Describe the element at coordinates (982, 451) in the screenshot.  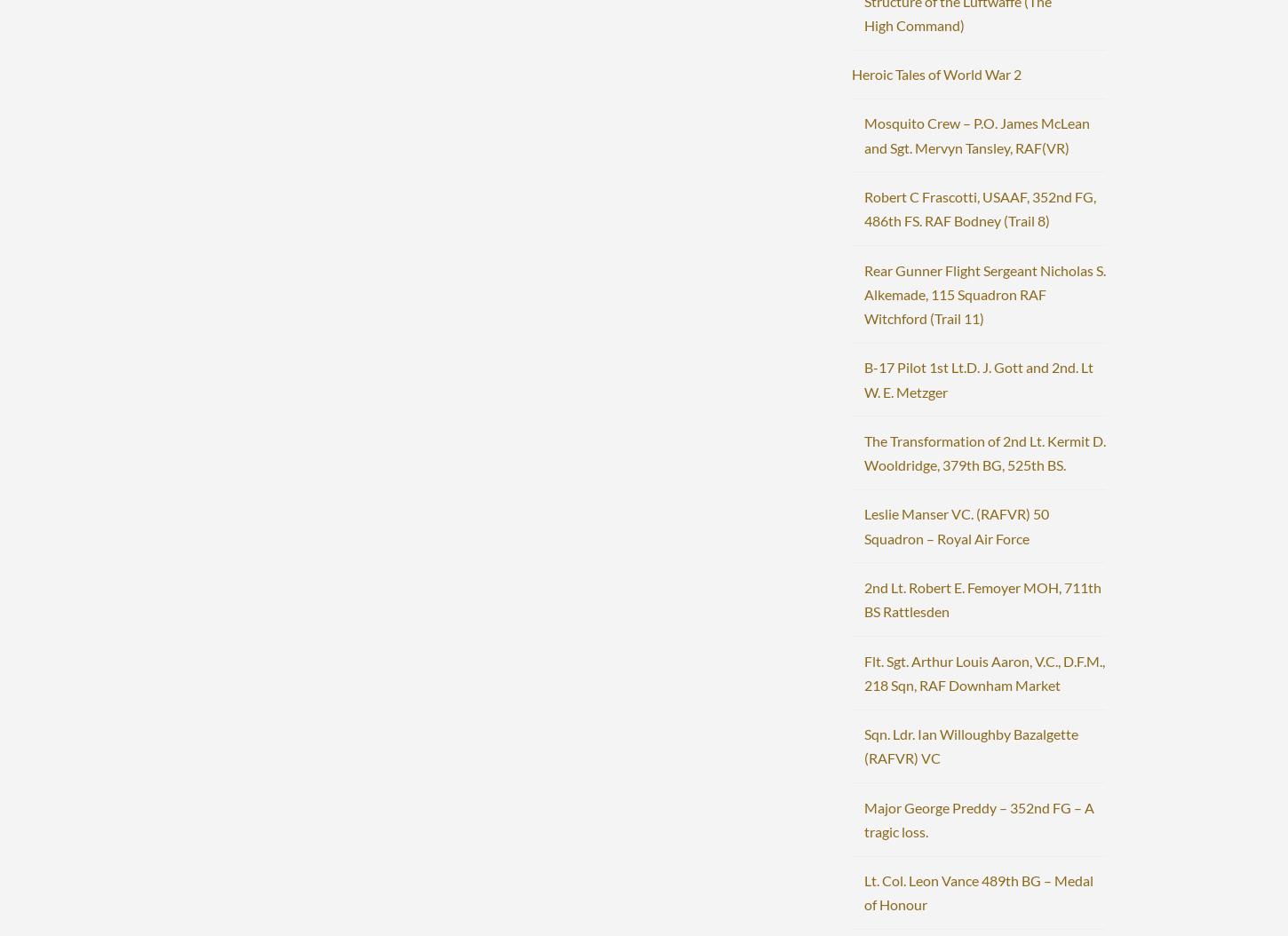
I see `'The Transformation of 2nd Lt. Kermit D. Wooldridge, 379th BG, 525th BS.'` at that location.